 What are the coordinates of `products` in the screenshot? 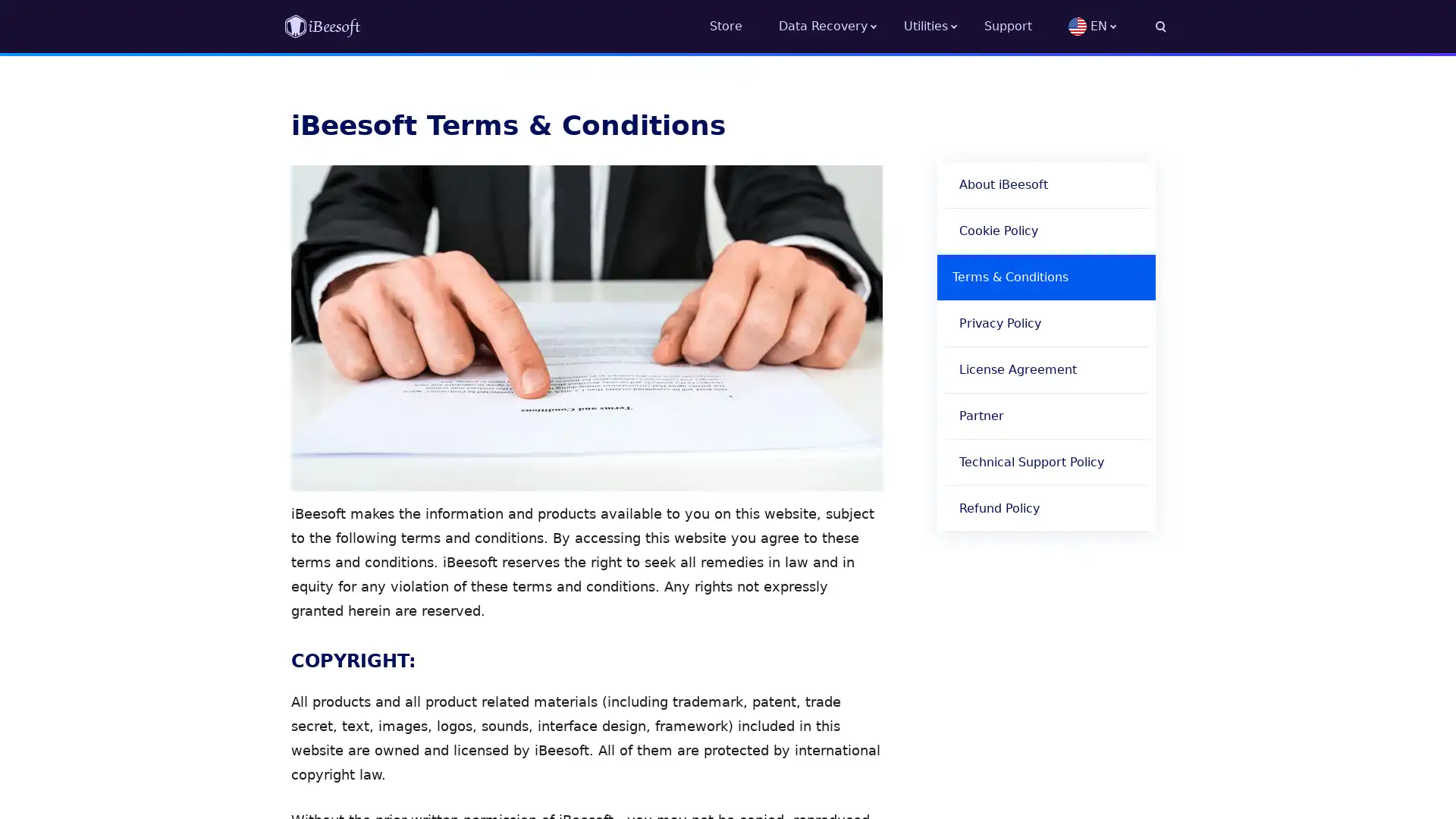 It's located at (943, 26).